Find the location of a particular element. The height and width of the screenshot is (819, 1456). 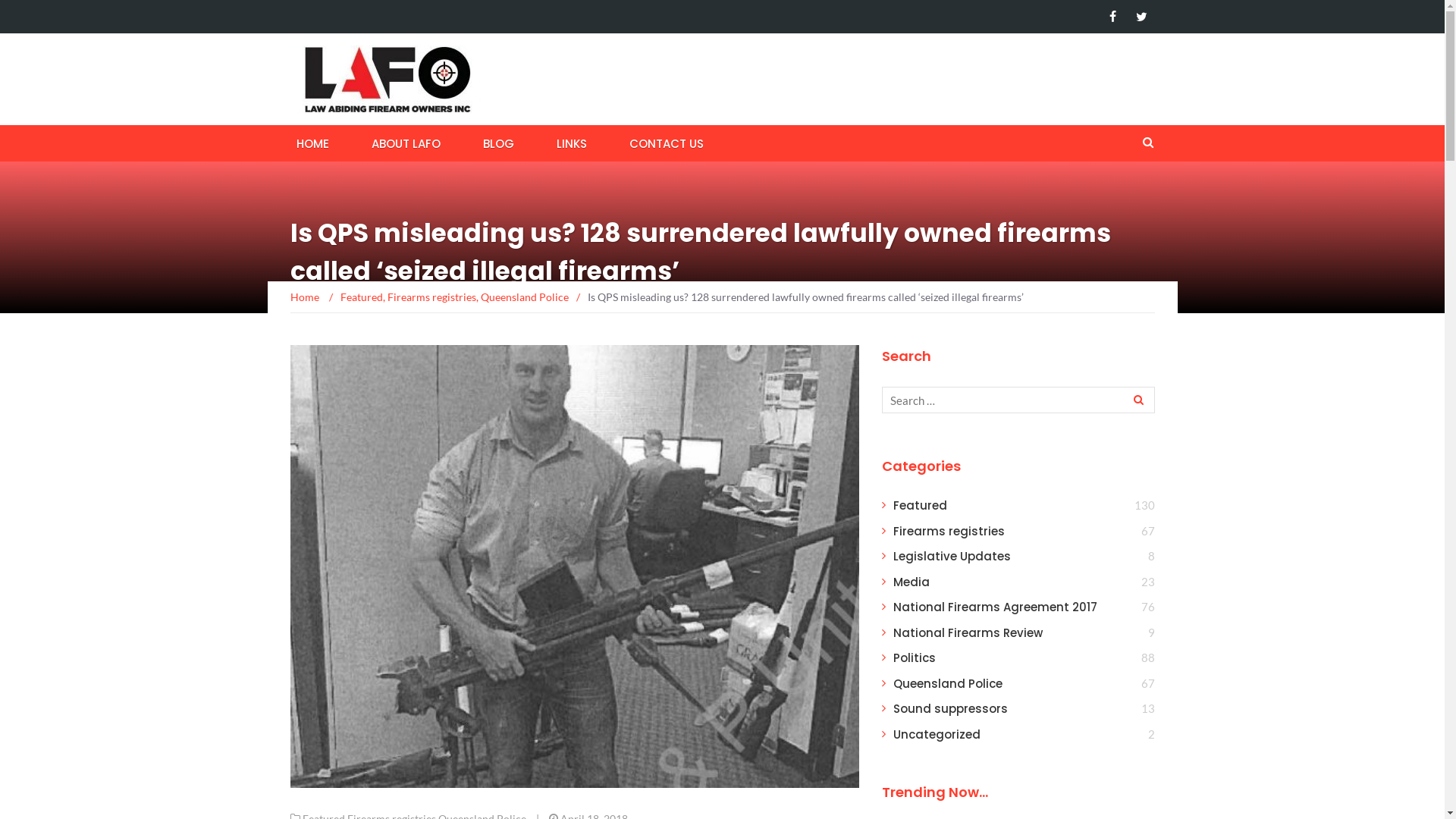

'Queensland Police' is located at coordinates (479, 297).